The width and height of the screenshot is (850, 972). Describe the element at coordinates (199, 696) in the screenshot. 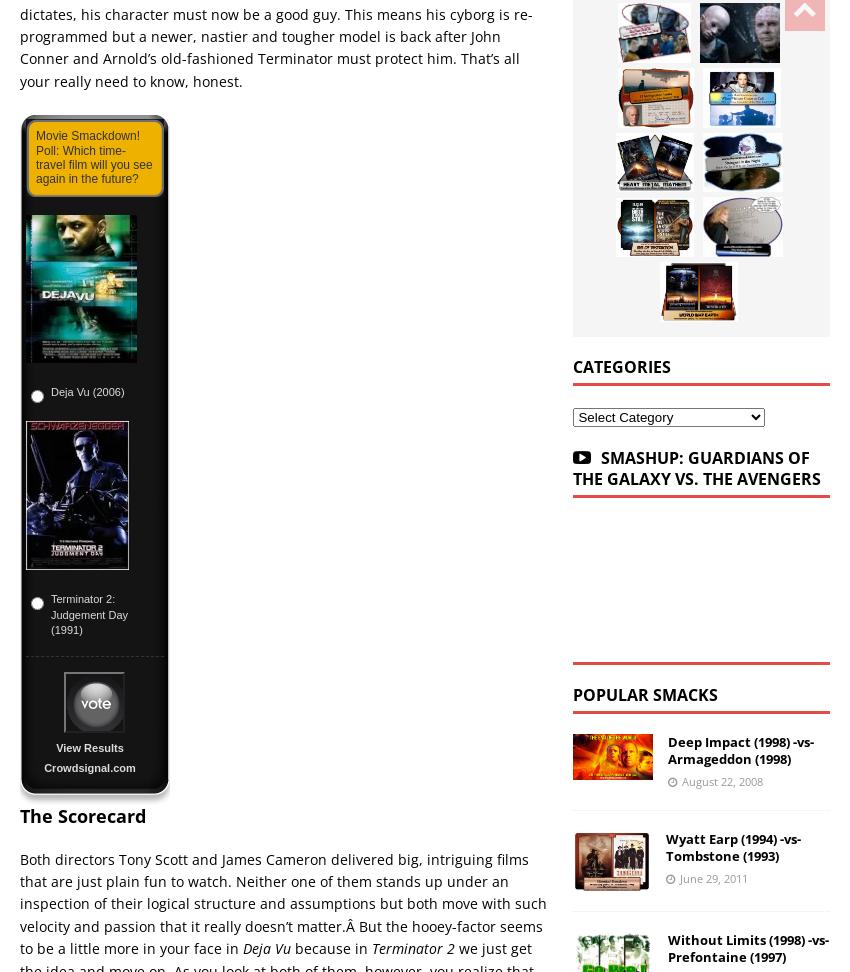

I see `'Awards 2012'` at that location.